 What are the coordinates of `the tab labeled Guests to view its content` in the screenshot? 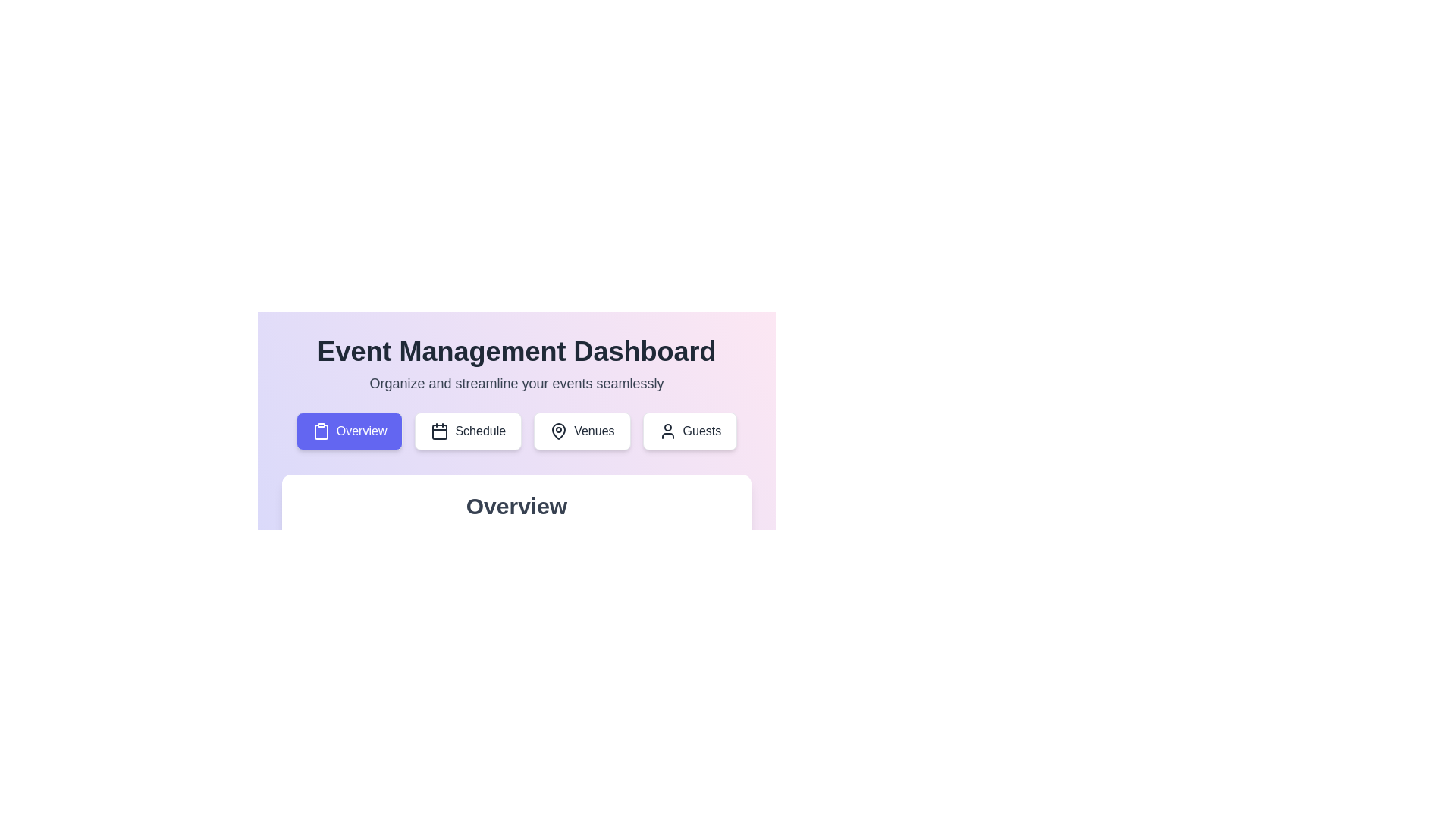 It's located at (689, 431).